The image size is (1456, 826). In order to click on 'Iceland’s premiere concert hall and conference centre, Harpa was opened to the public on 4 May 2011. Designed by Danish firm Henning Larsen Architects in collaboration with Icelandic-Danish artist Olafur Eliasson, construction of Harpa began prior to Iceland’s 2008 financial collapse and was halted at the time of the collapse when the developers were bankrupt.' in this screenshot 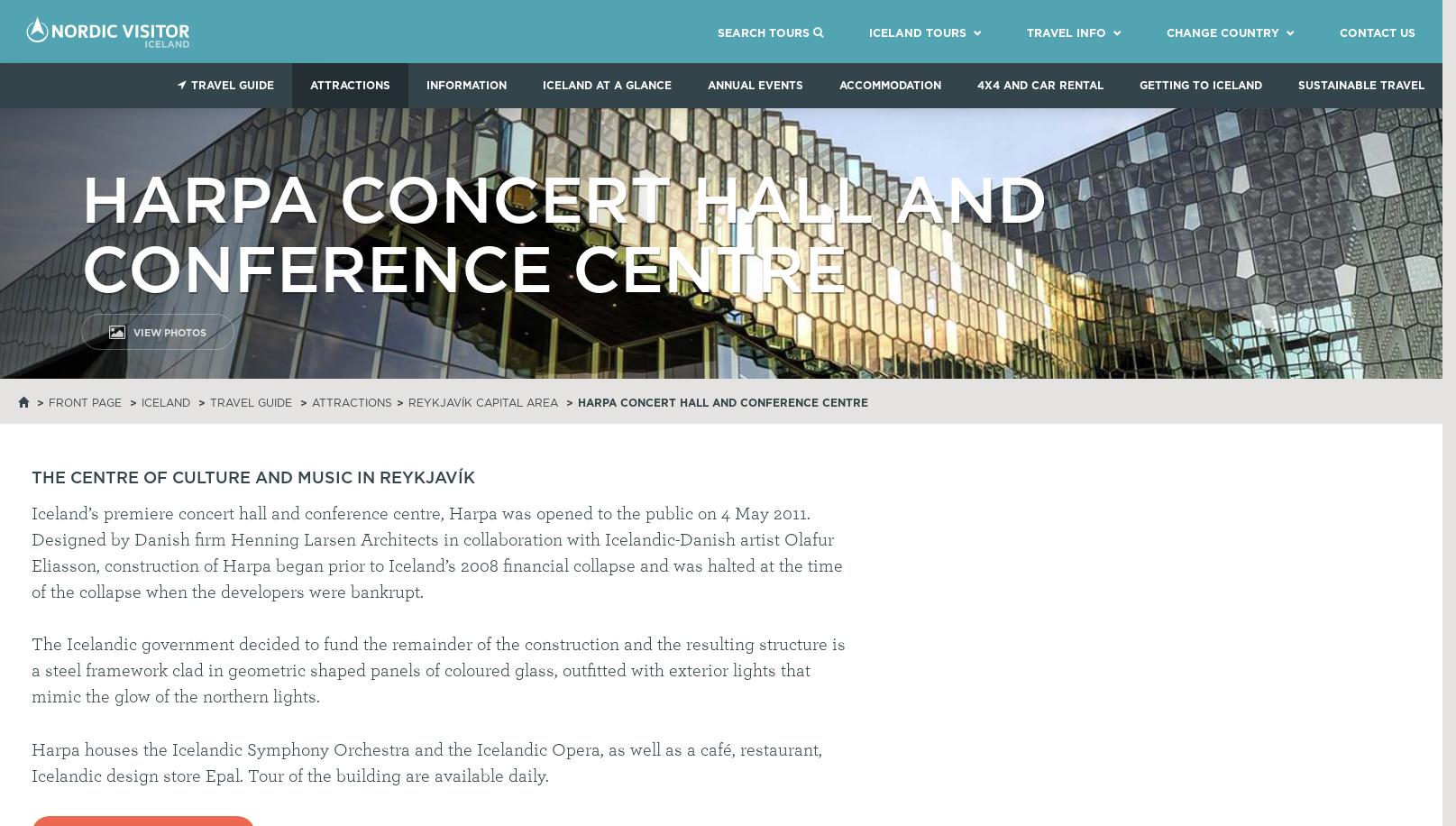, I will do `click(435, 552)`.